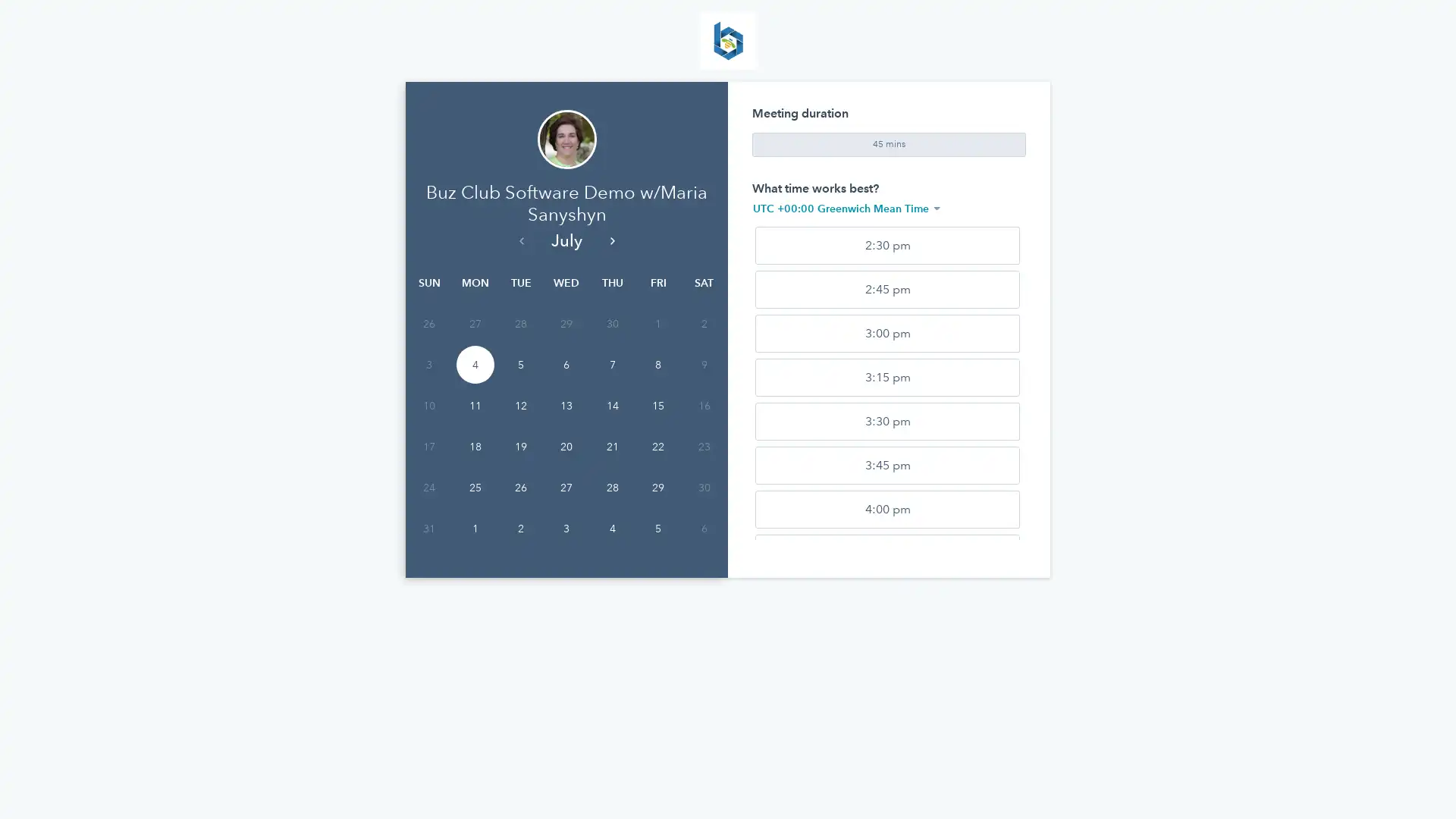 This screenshot has width=1456, height=819. What do you see at coordinates (566, 528) in the screenshot?
I see `August 3rd` at bounding box center [566, 528].